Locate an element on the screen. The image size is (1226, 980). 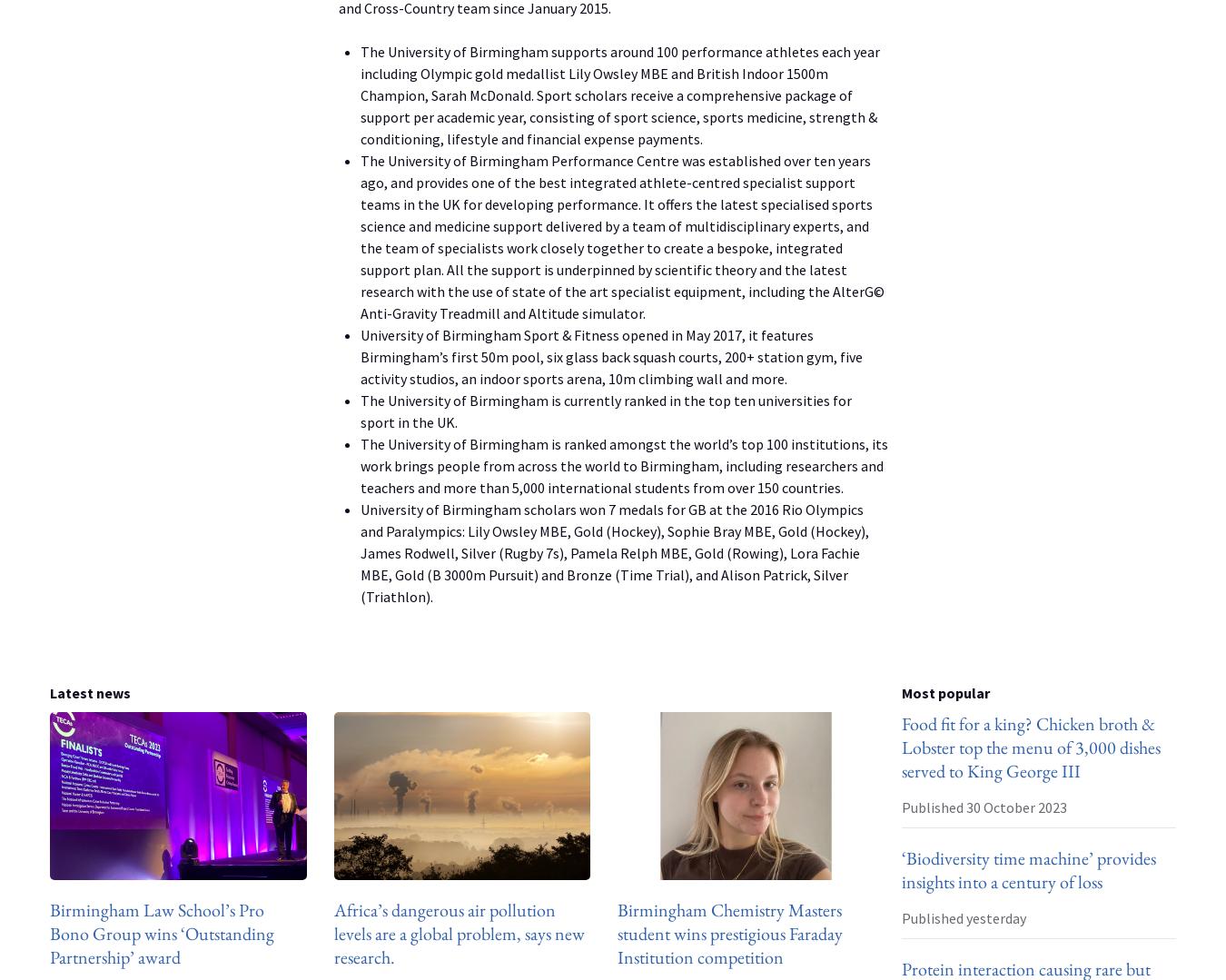
'Africa’s dangerous air pollution levels are a global problem, says new research.' is located at coordinates (458, 932).